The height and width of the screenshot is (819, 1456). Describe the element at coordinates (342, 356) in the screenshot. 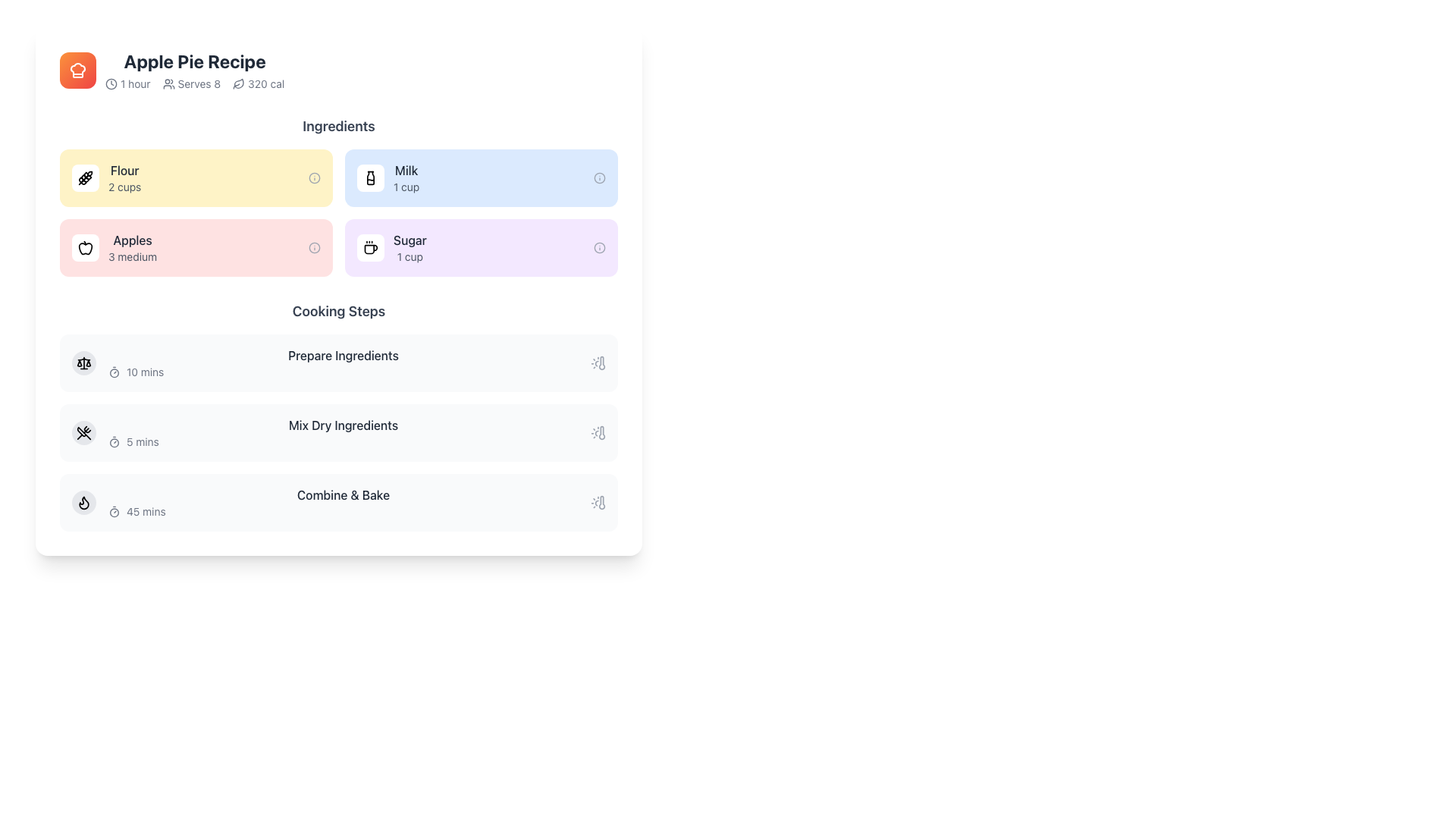

I see `the title text of the first step in the cooking process, which is centrally aligned in the 'Cooking Steps' section and located just below the '10 mins' icon` at that location.